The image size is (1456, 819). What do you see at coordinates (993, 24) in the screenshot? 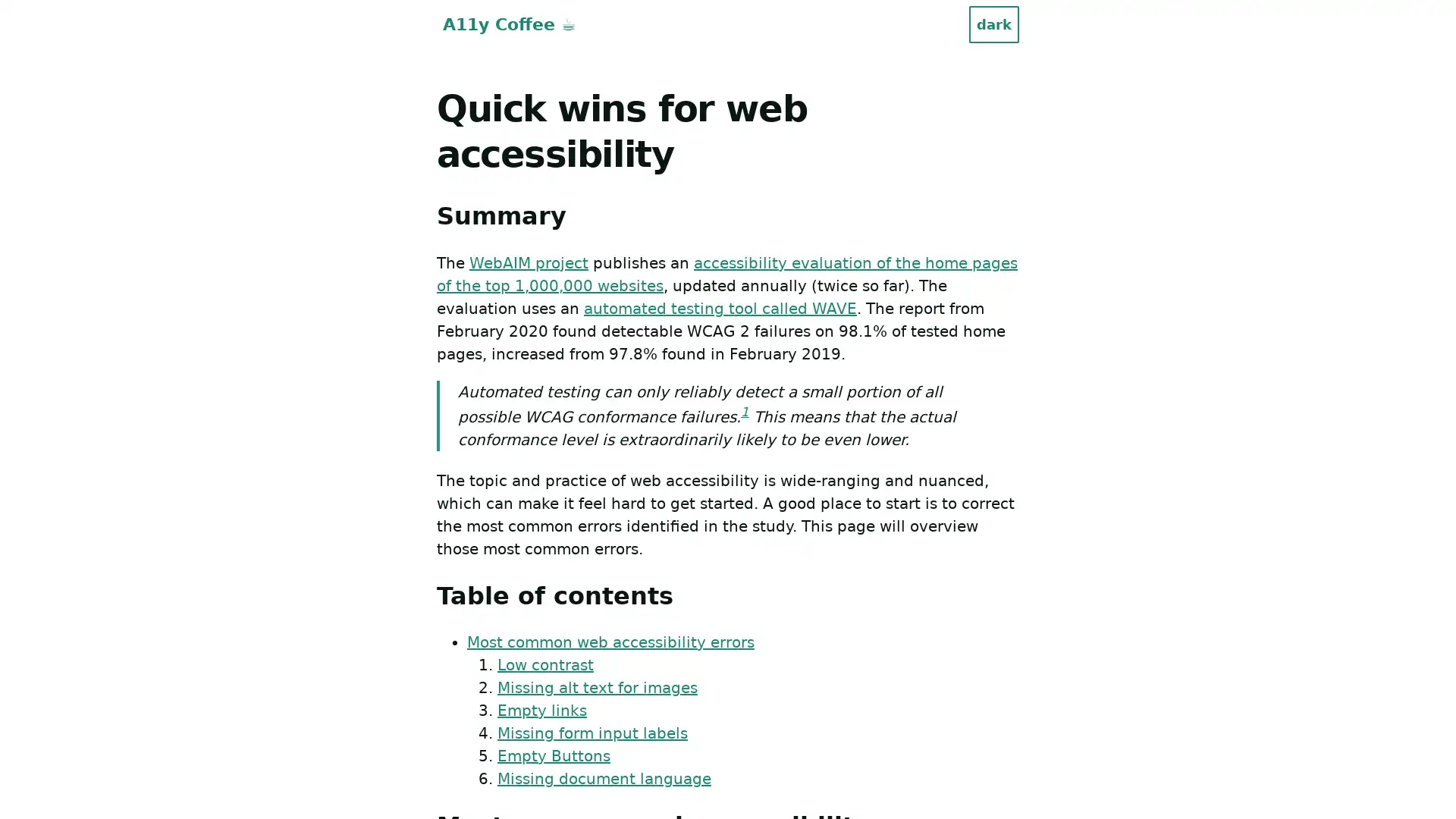
I see `dark` at bounding box center [993, 24].